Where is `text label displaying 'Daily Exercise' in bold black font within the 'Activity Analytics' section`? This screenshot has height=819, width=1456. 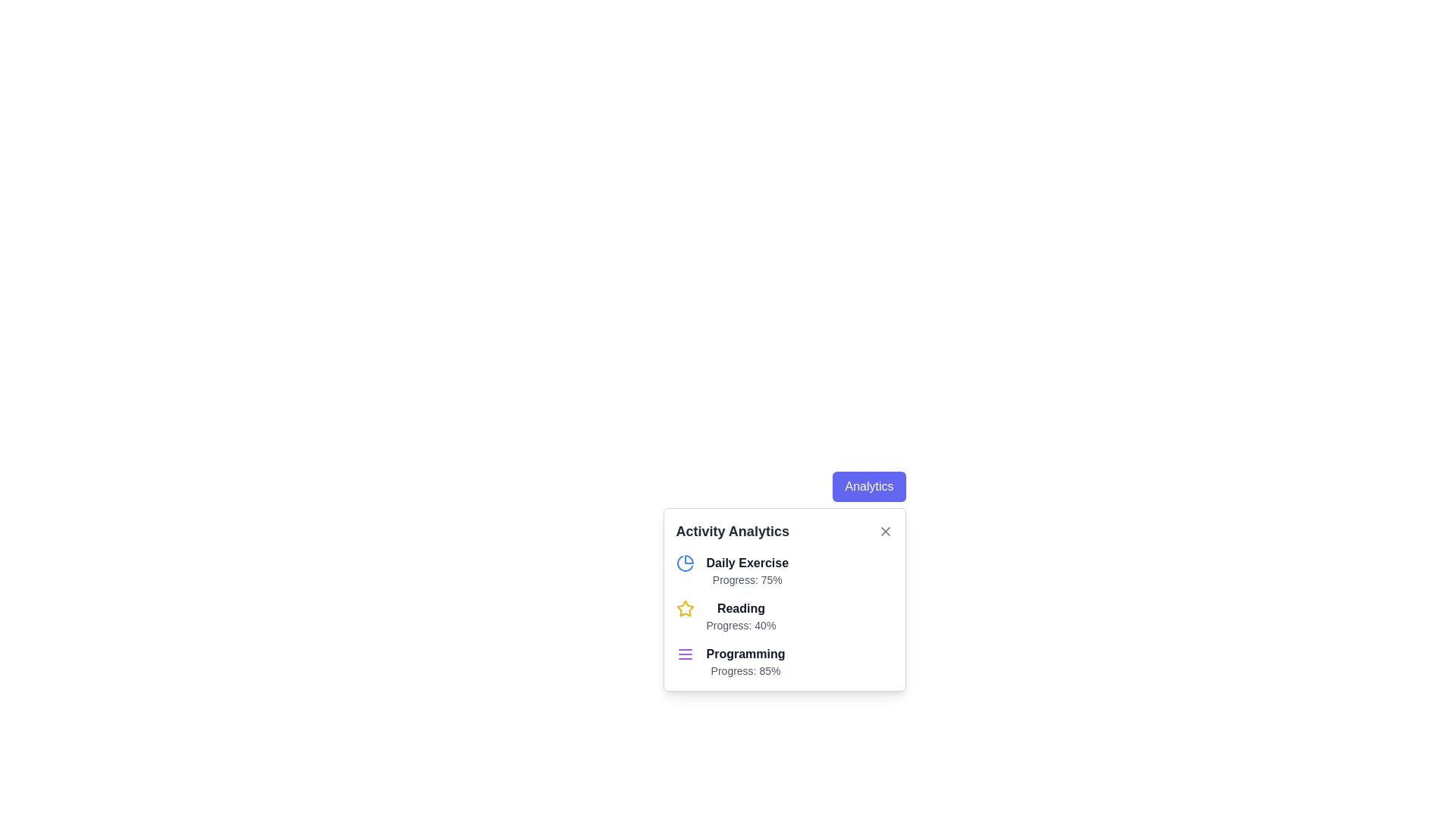
text label displaying 'Daily Exercise' in bold black font within the 'Activity Analytics' section is located at coordinates (747, 563).